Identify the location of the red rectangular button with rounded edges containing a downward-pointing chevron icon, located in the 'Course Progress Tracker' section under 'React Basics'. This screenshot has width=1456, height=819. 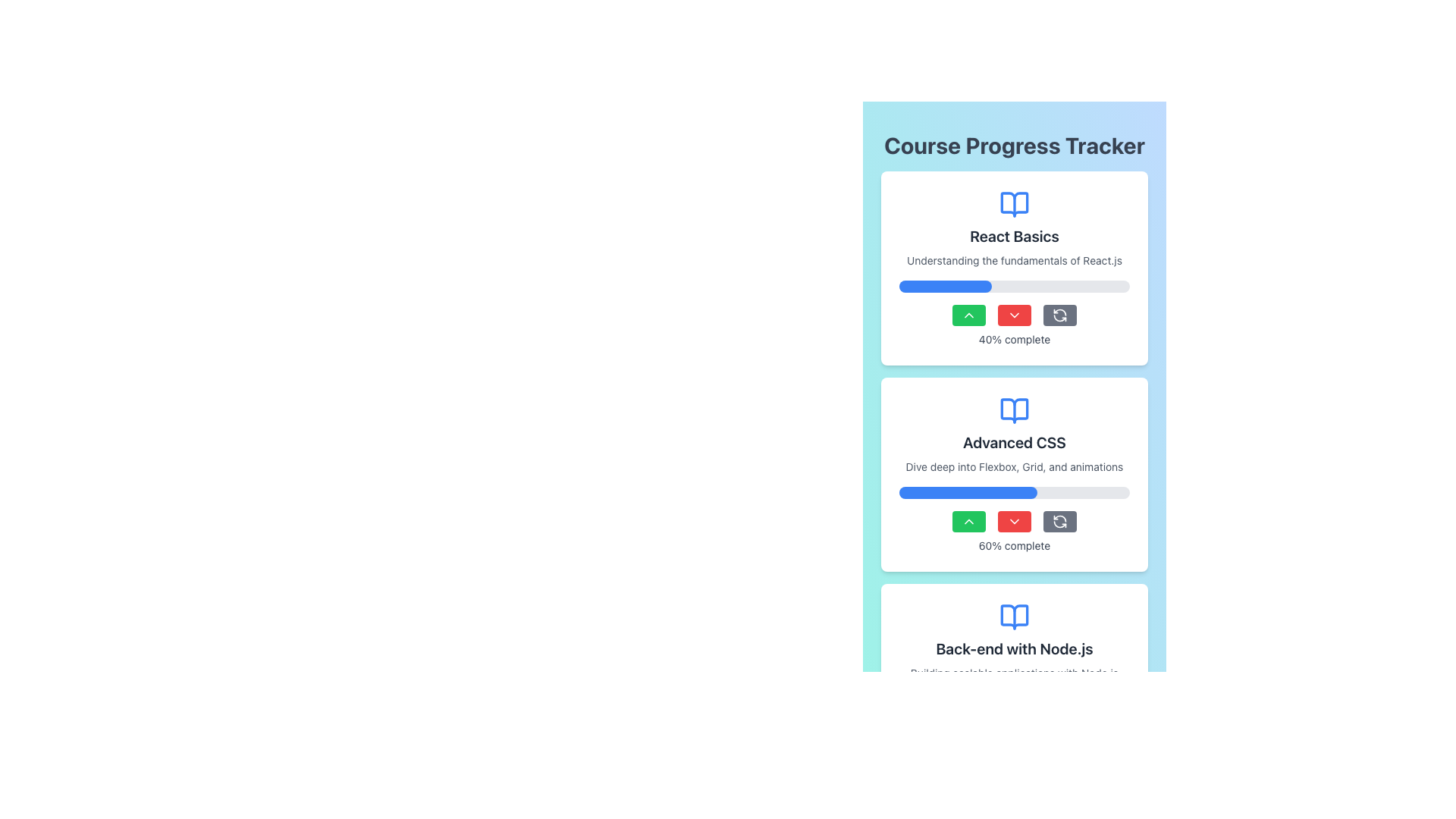
(1015, 315).